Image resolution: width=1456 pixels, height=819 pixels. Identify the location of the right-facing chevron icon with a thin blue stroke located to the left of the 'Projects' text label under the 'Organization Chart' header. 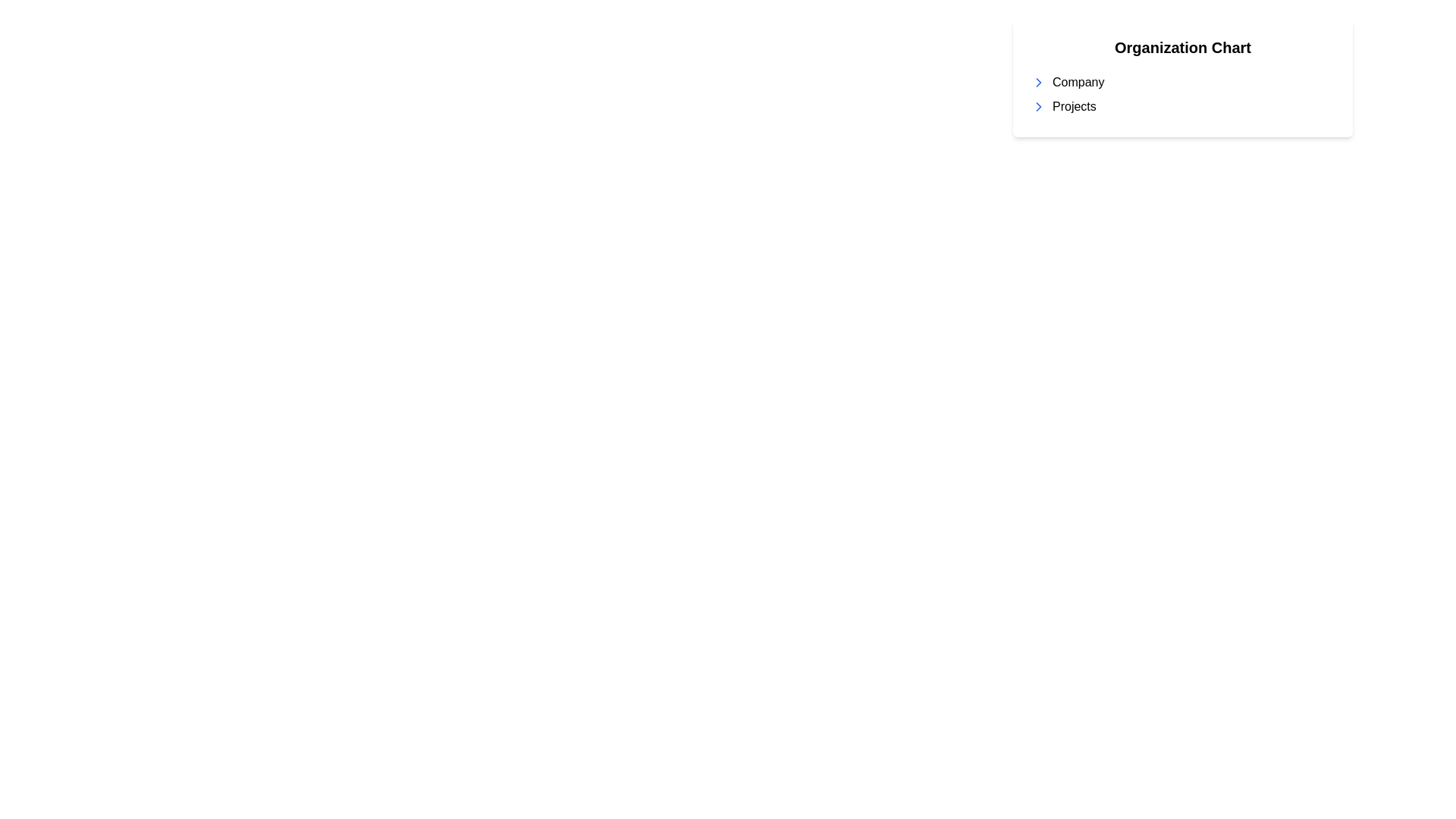
(1037, 106).